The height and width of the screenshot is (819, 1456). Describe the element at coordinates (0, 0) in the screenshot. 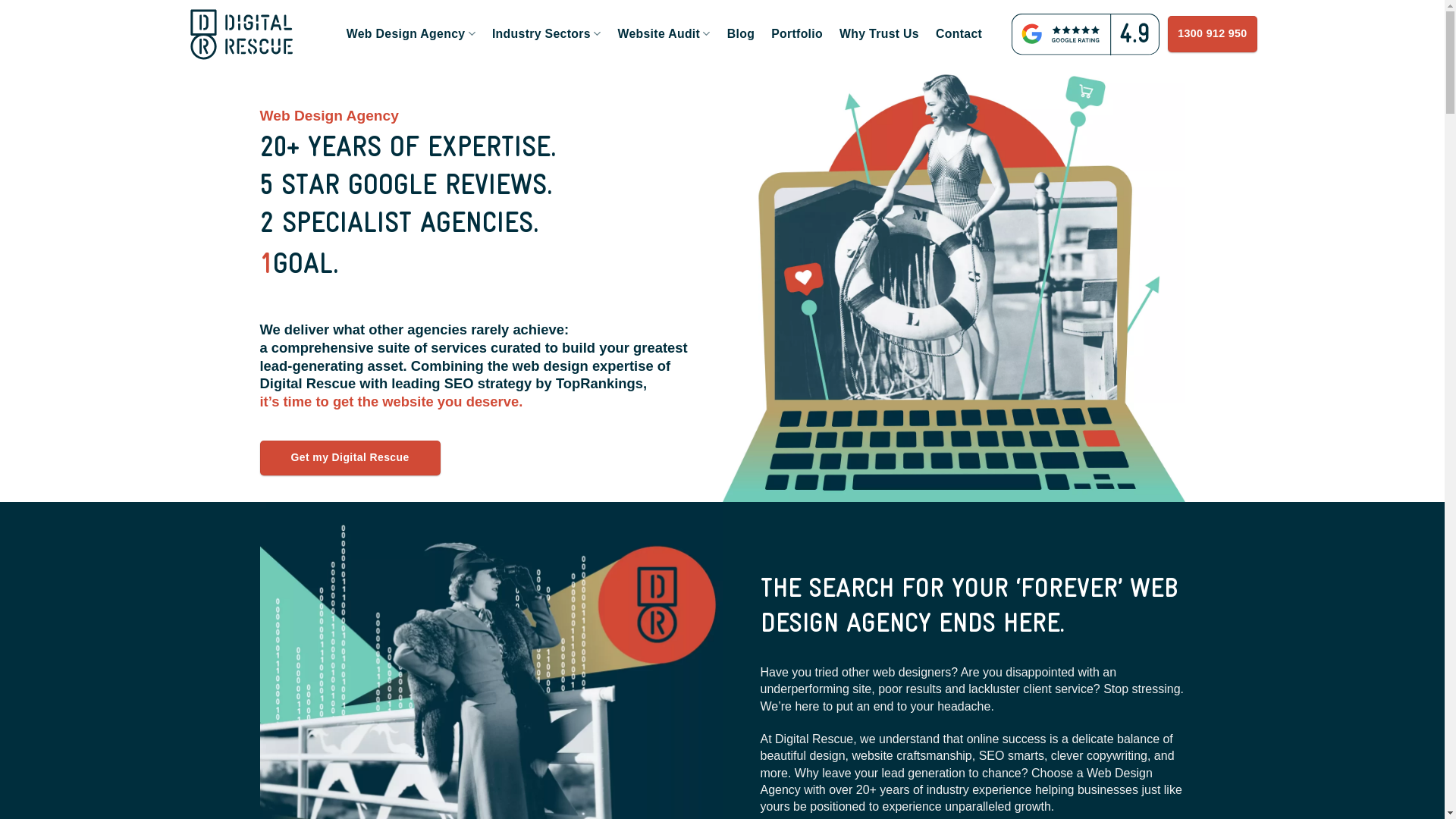

I see `'Skip to content'` at that location.